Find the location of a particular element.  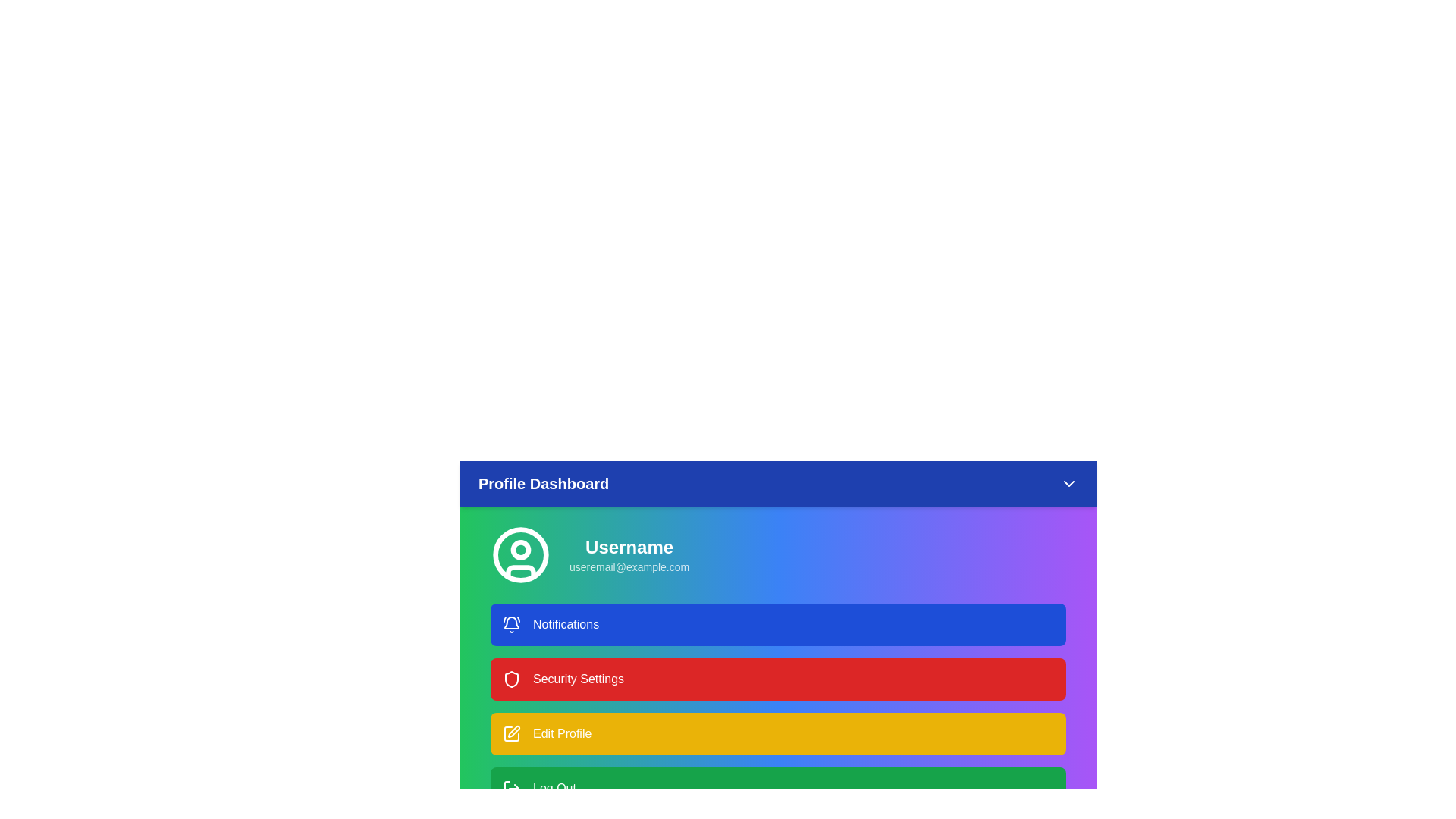

the header to toggle the menu visibility is located at coordinates (778, 483).